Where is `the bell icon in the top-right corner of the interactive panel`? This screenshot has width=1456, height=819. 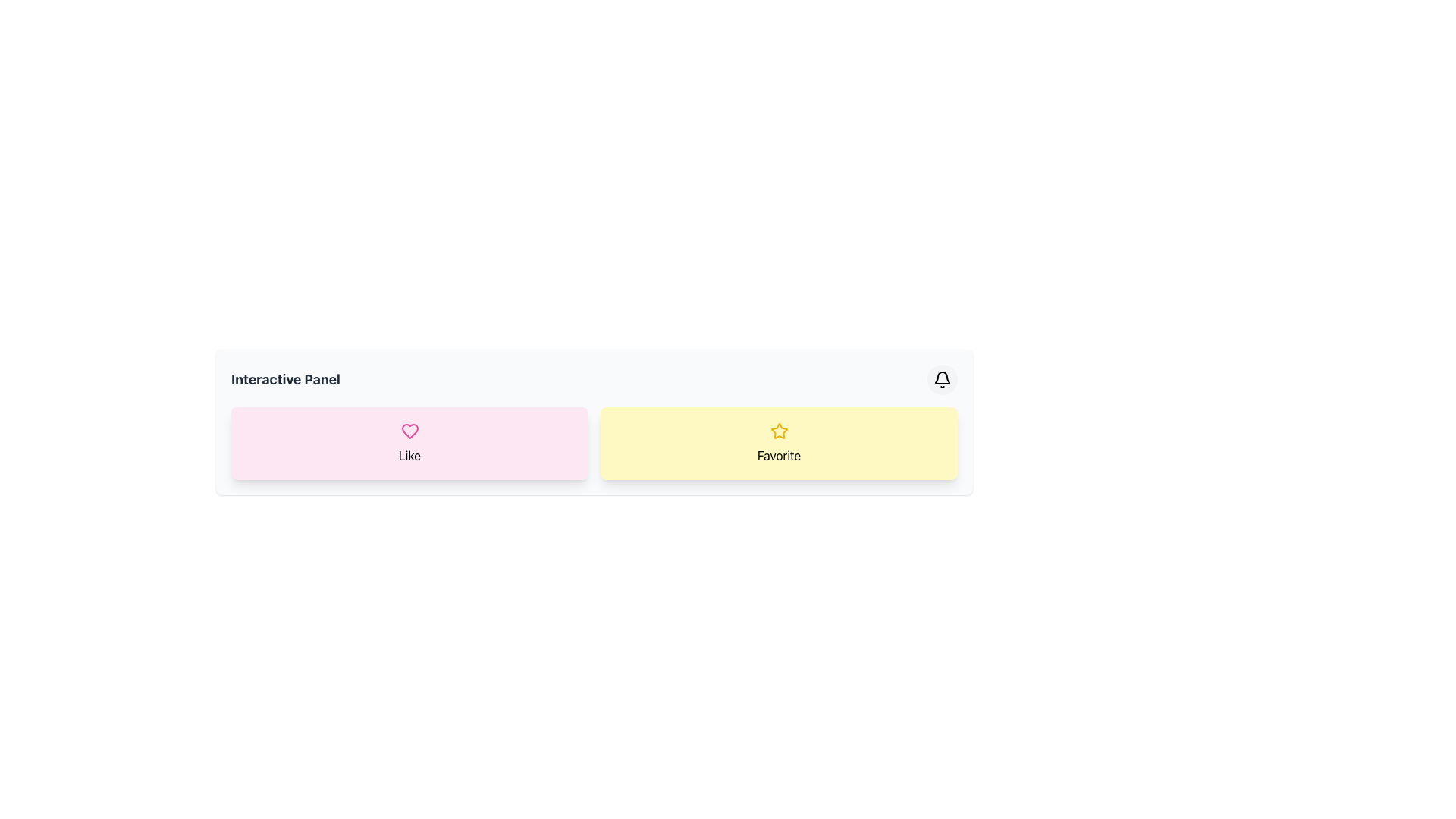
the bell icon in the top-right corner of the interactive panel is located at coordinates (942, 379).